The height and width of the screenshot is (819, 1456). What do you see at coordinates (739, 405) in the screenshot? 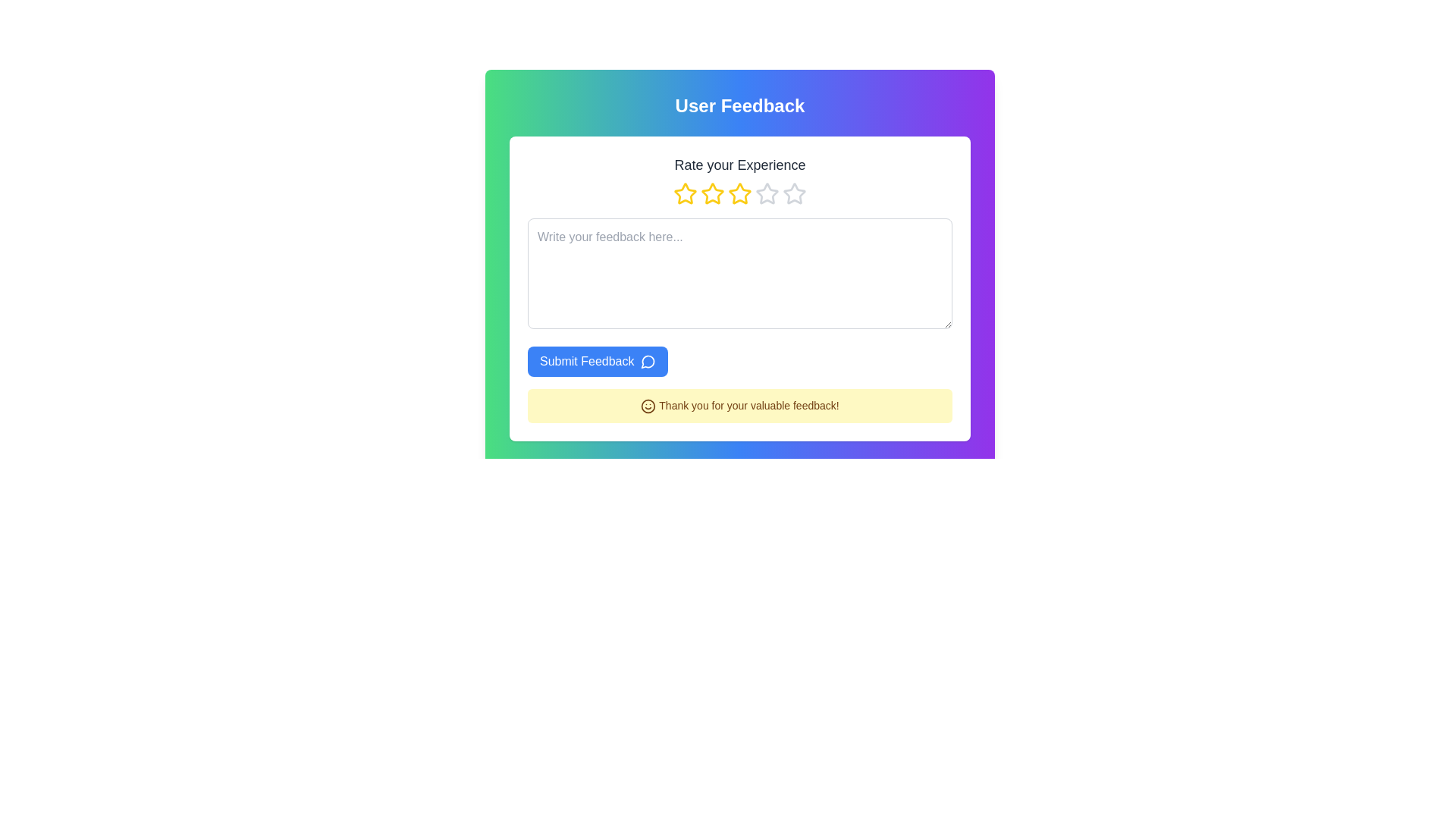
I see `the Informational Message that thanks users after feedback submission, located beneath the blue 'Submit Feedback' button` at bounding box center [739, 405].